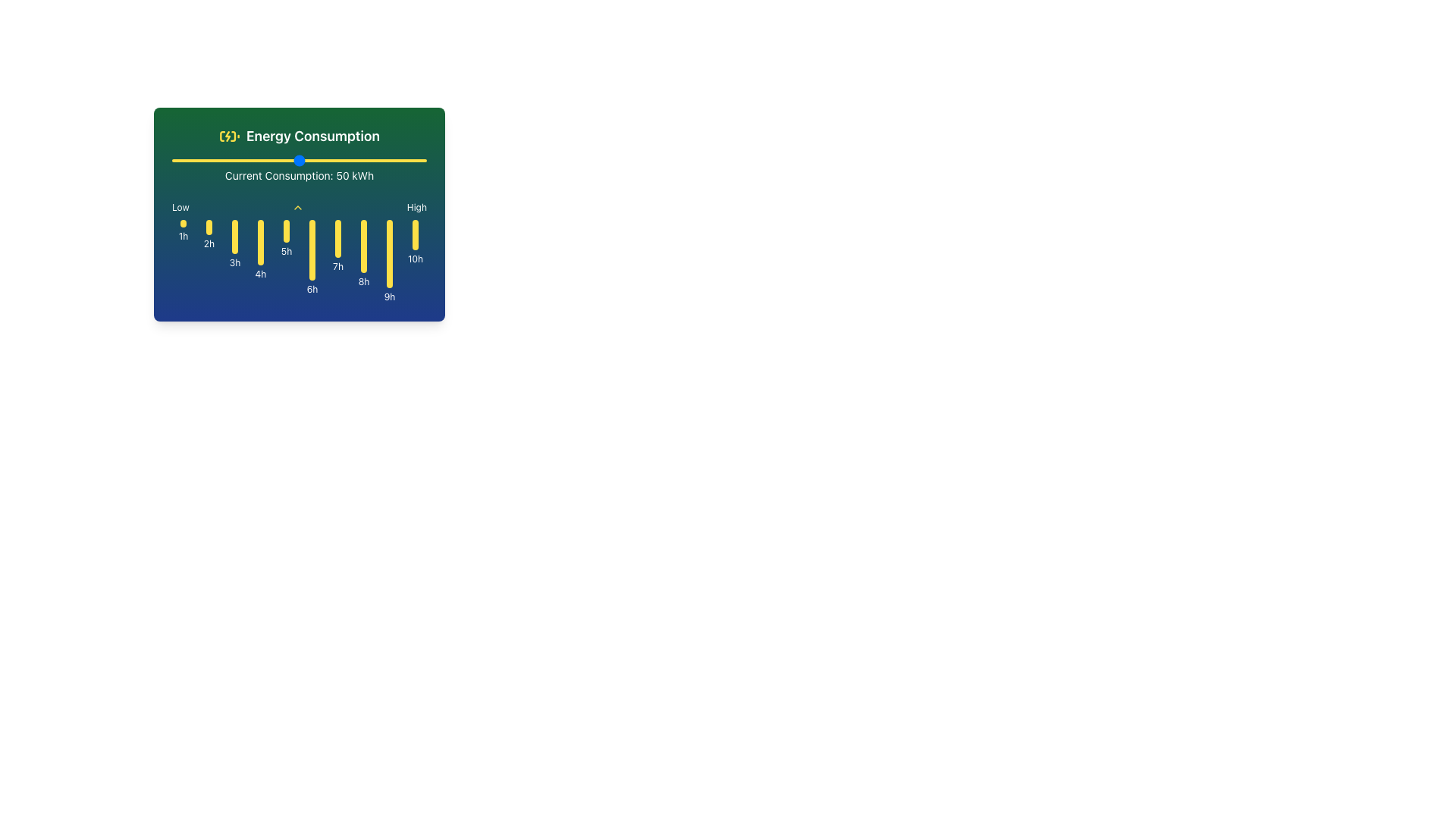  Describe the element at coordinates (232, 162) in the screenshot. I see `the energy consumption slider` at that location.